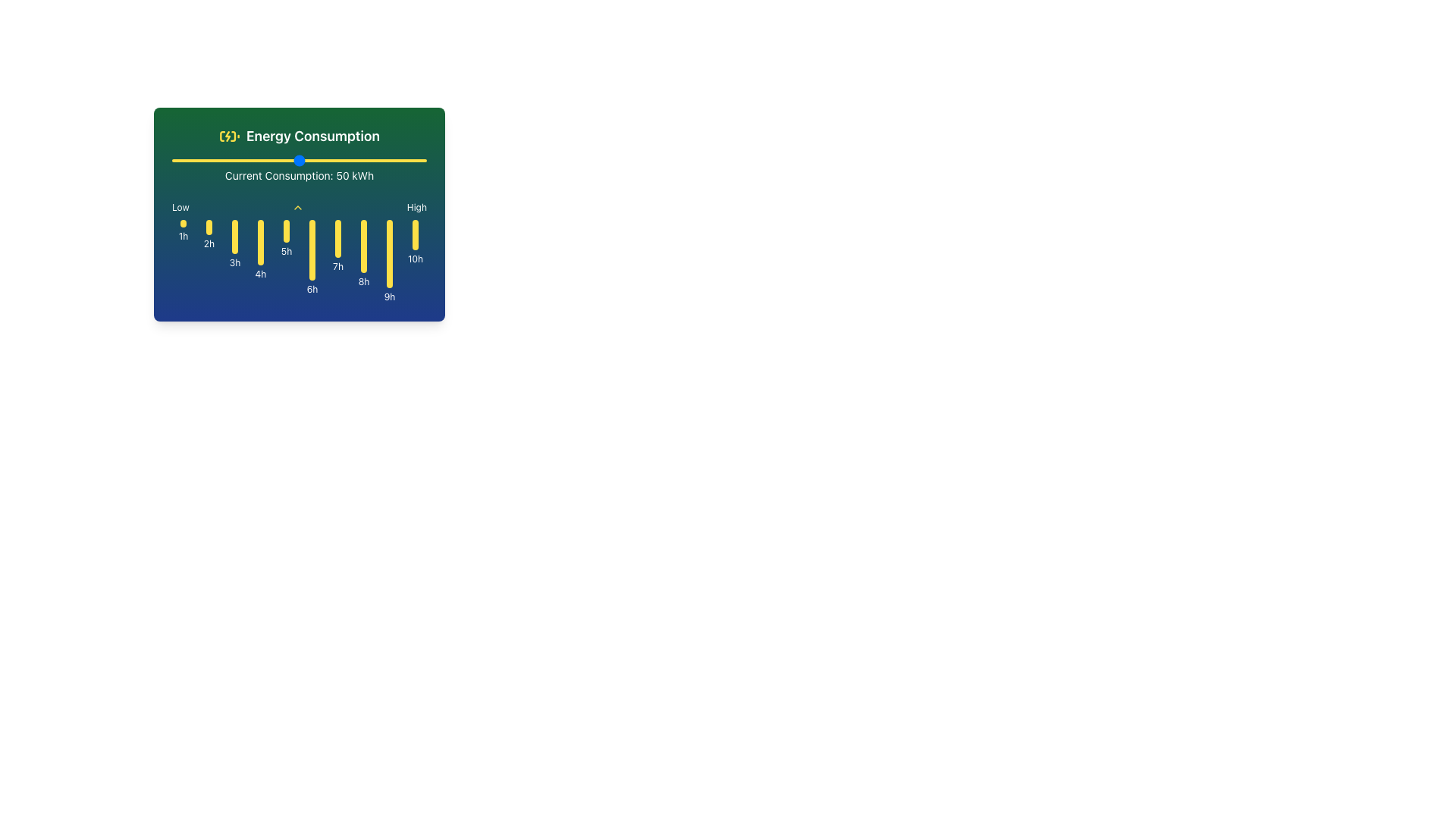  Describe the element at coordinates (232, 162) in the screenshot. I see `the energy consumption slider` at that location.